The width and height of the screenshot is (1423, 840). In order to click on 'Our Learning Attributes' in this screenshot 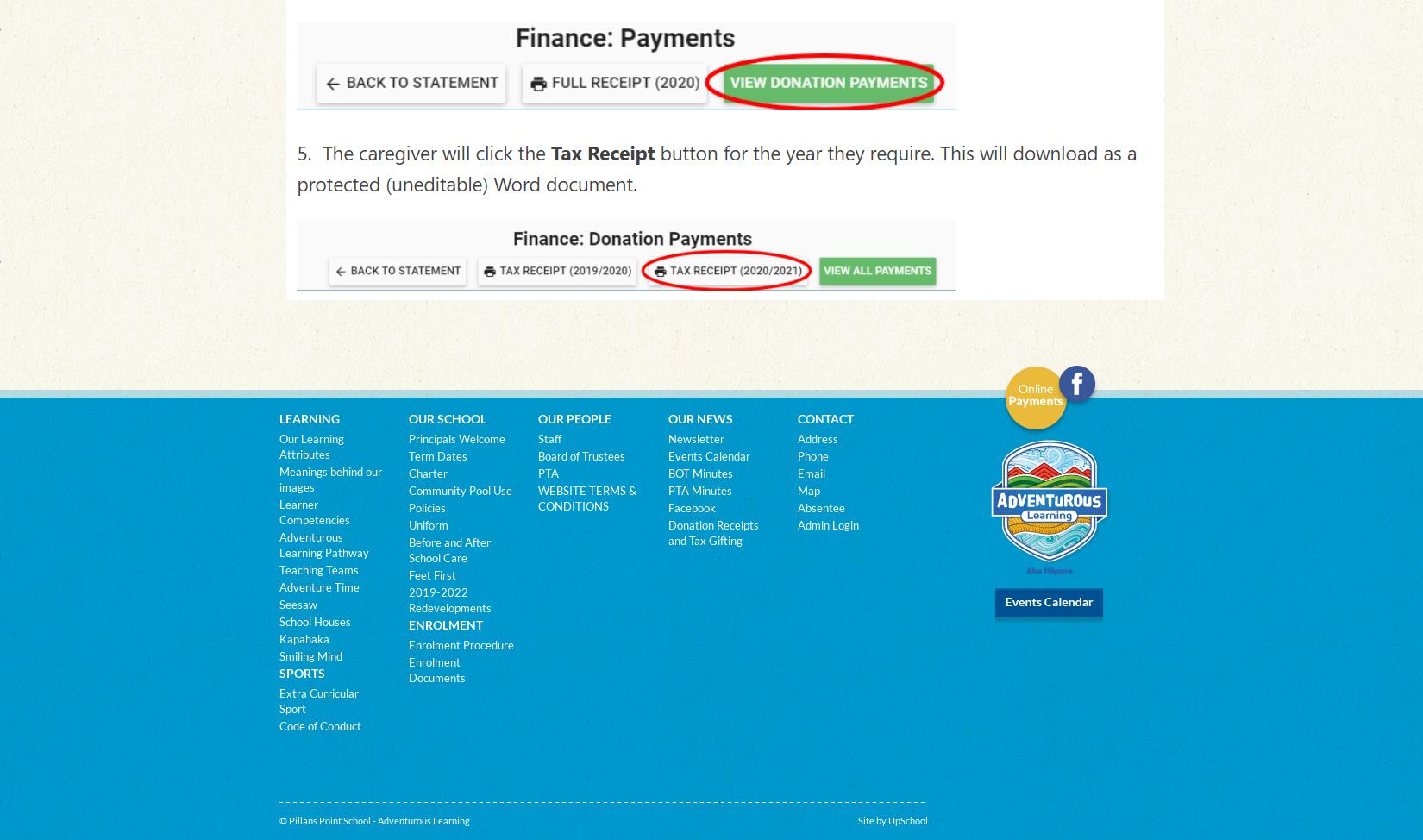, I will do `click(310, 446)`.